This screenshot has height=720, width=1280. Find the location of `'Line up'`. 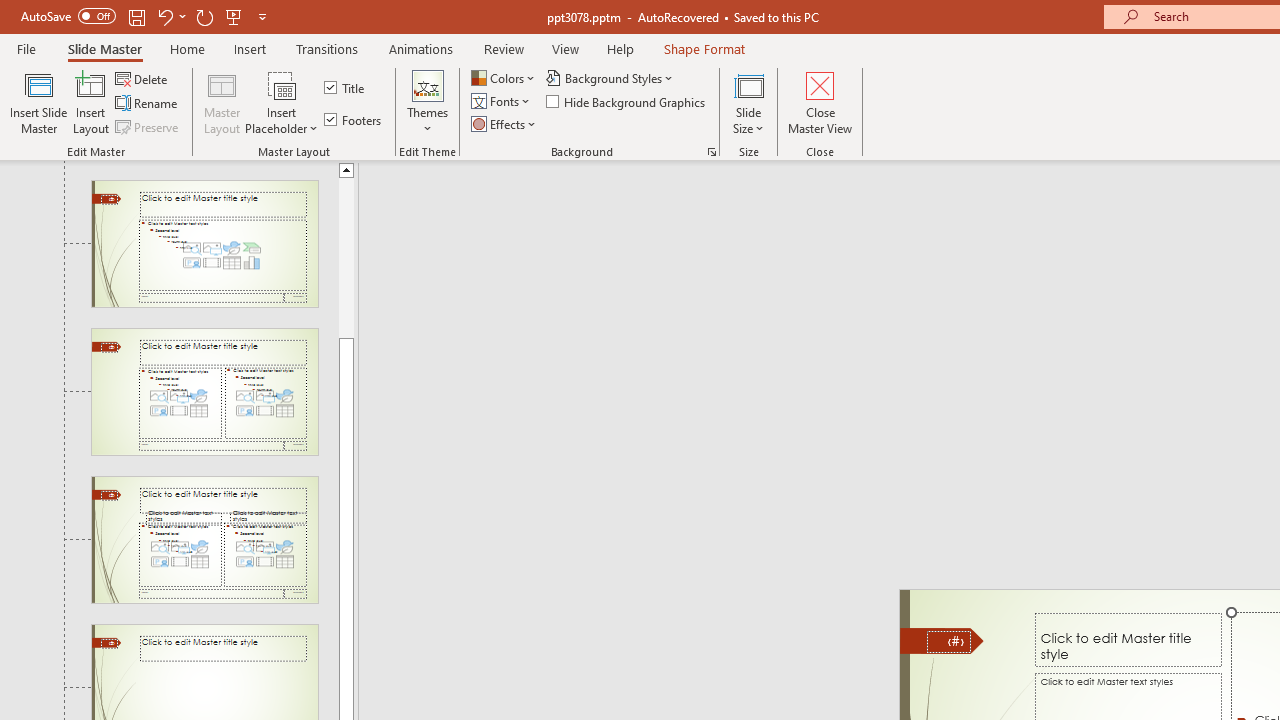

'Line up' is located at coordinates (346, 168).